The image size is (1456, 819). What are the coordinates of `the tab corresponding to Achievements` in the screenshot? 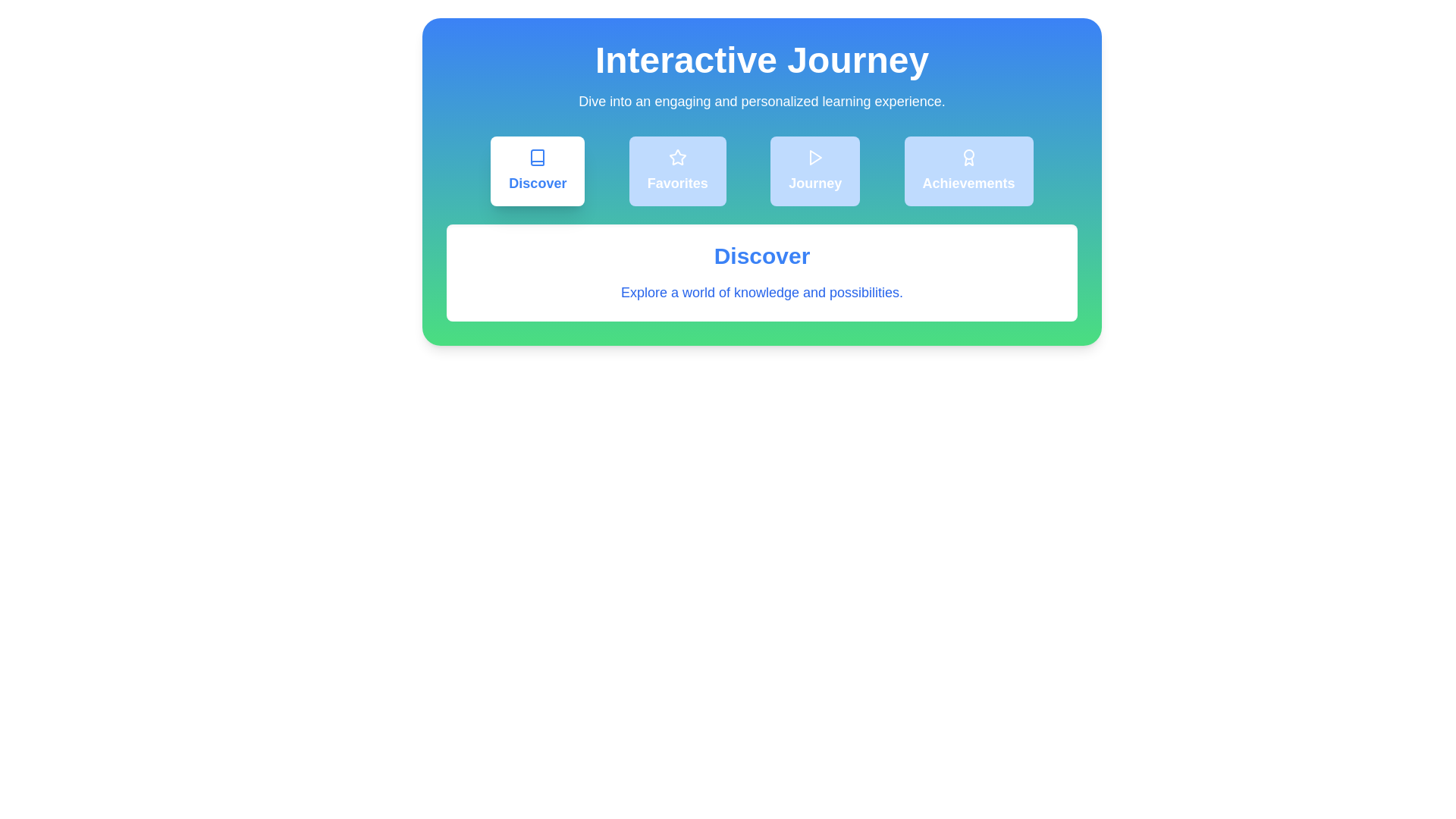 It's located at (968, 171).